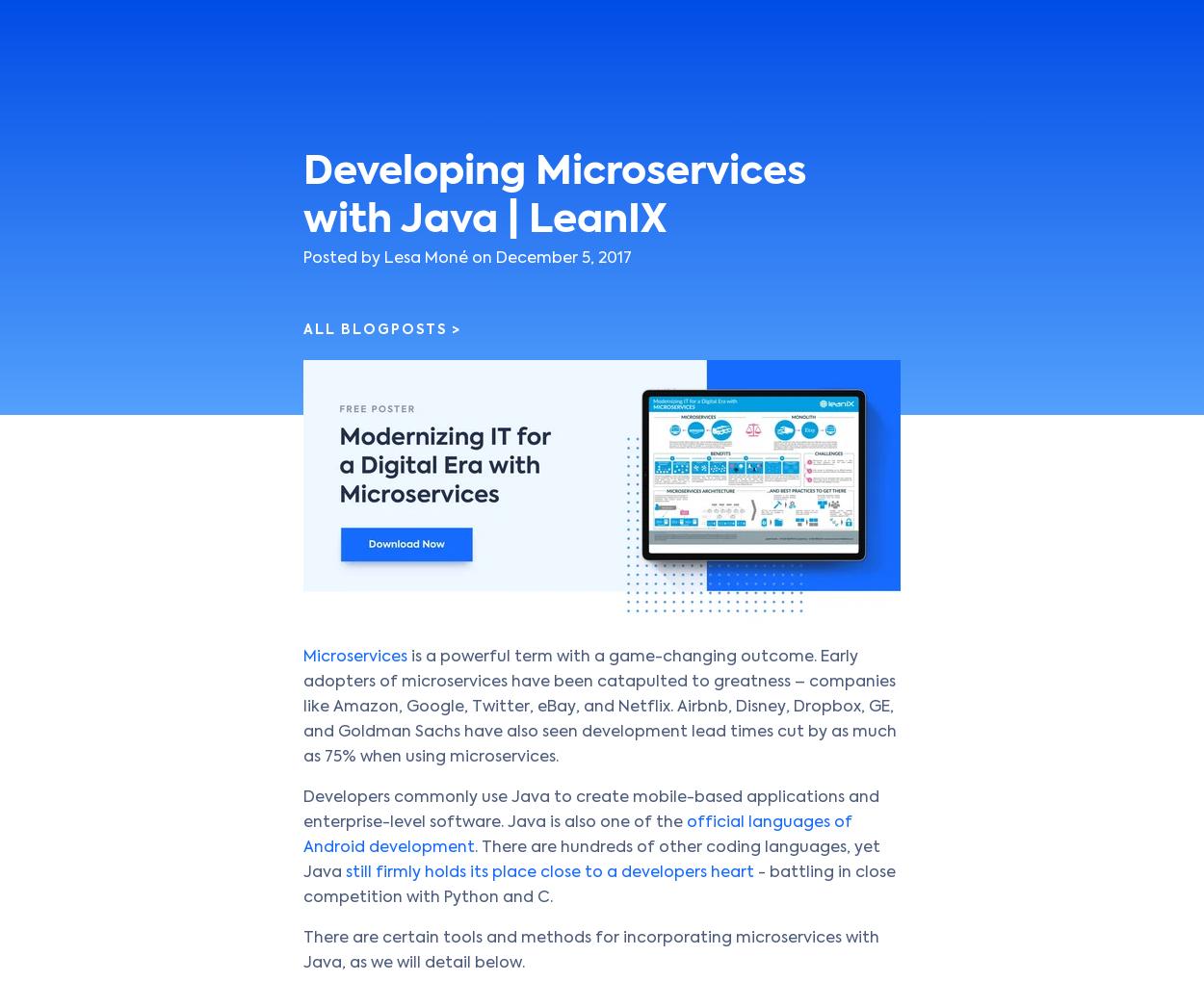  Describe the element at coordinates (319, 553) in the screenshot. I see `'Subscribe to the LeanIX Blog and never miss a post again!'` at that location.